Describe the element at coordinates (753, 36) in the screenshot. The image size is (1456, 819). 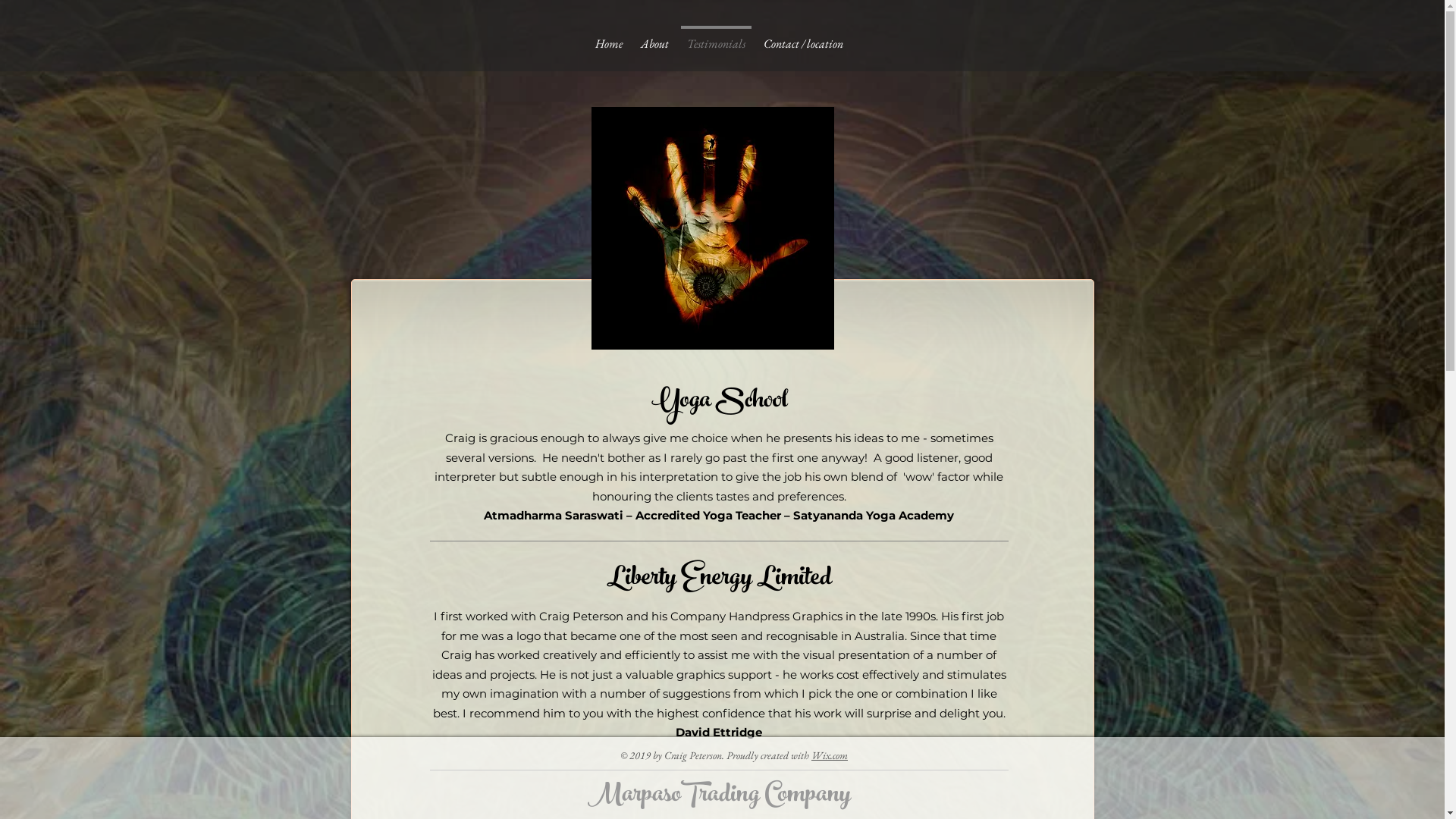
I see `'Contact / location'` at that location.